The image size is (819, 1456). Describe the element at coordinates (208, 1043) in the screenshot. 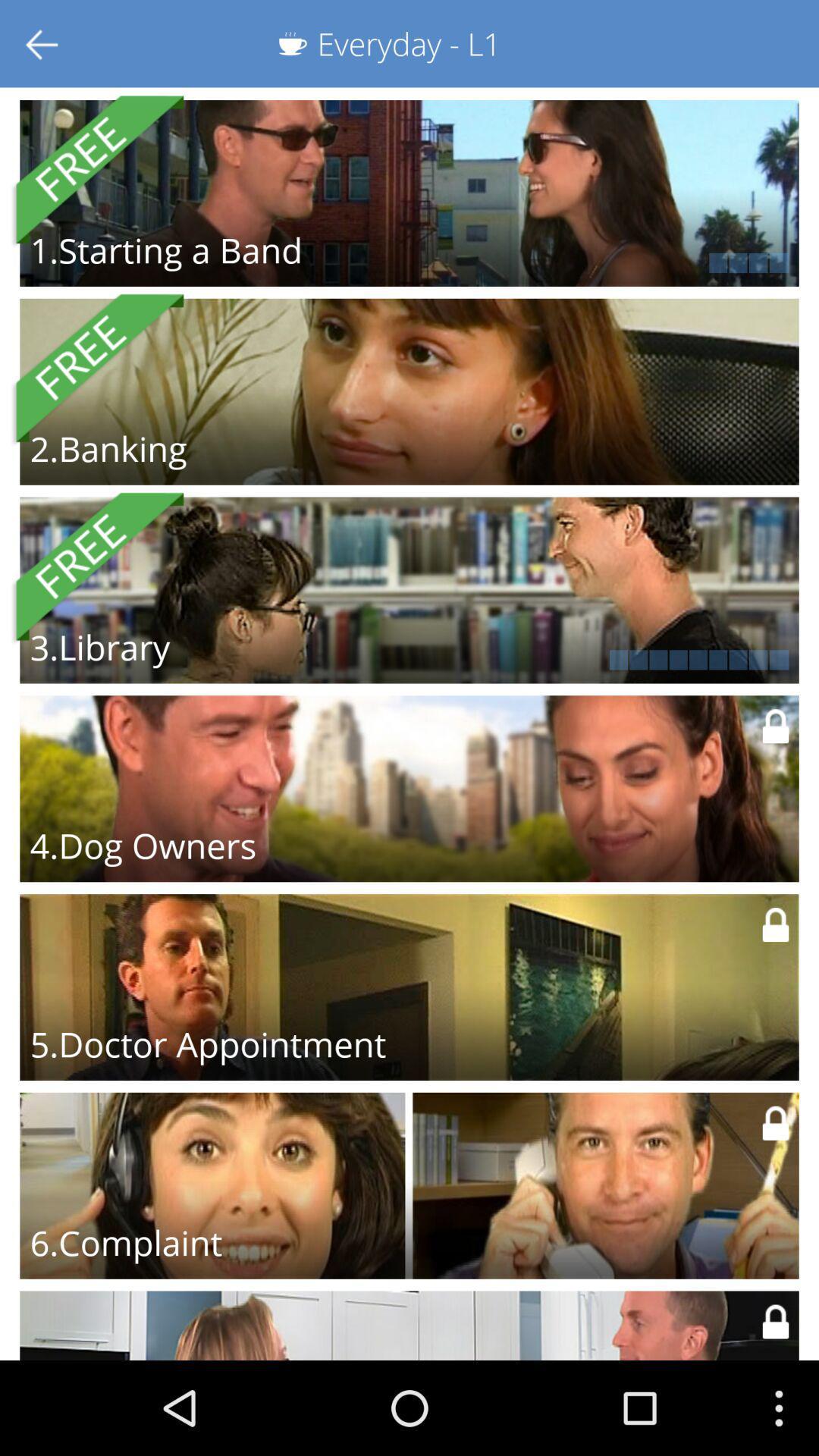

I see `5.doctor appointment item` at that location.